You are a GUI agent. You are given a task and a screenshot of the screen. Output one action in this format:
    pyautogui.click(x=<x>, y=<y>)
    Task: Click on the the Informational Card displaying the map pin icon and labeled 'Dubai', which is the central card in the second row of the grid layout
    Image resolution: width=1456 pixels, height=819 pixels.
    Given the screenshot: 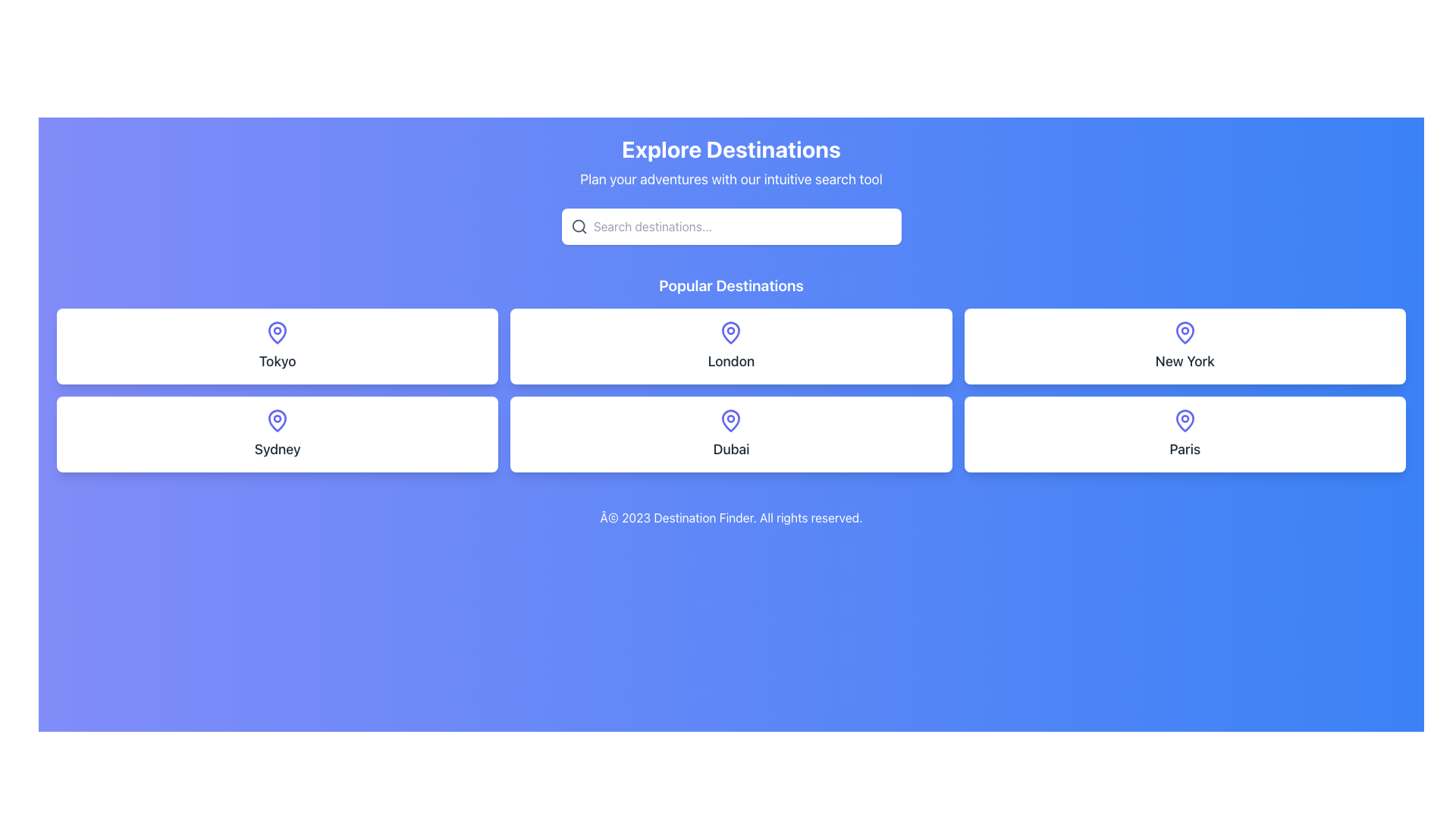 What is the action you would take?
    pyautogui.click(x=731, y=435)
    